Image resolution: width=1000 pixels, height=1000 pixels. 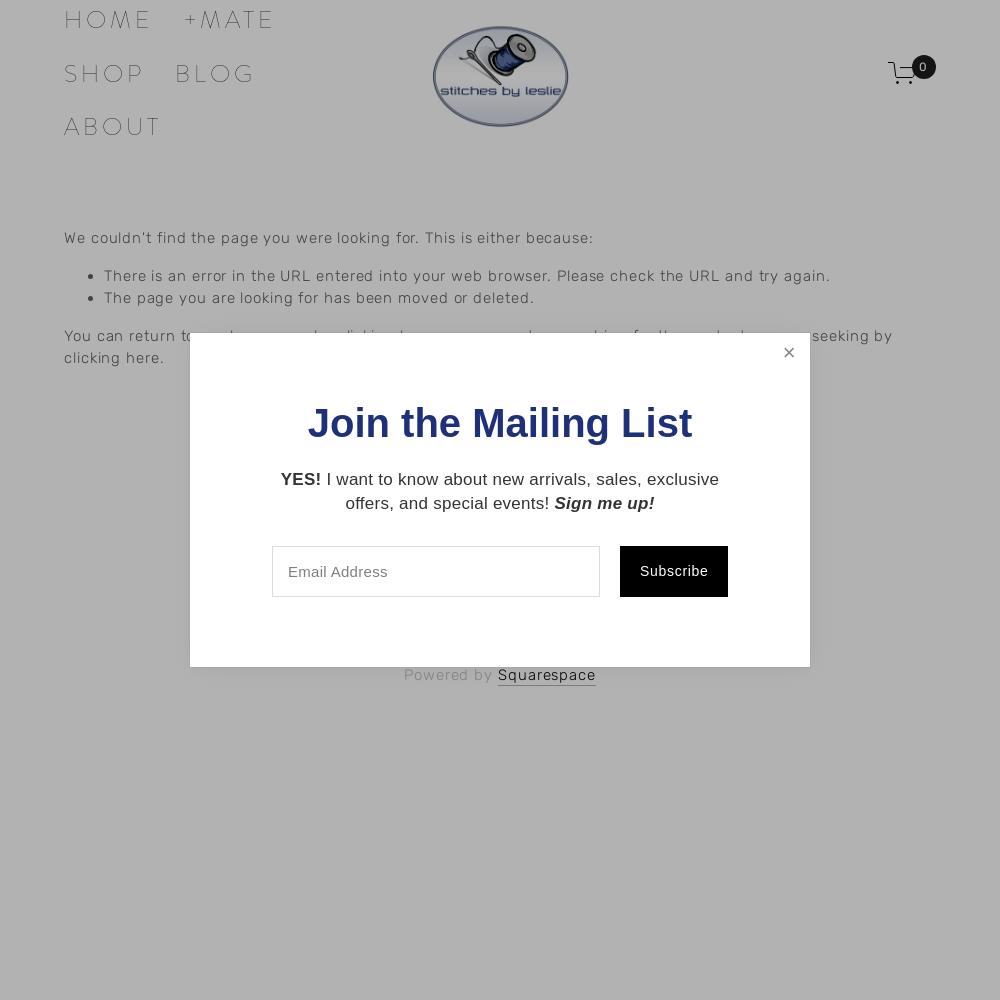 What do you see at coordinates (466, 275) in the screenshot?
I see `'There is an error in the URL entered into your web browser. Please check the URL and try again.'` at bounding box center [466, 275].